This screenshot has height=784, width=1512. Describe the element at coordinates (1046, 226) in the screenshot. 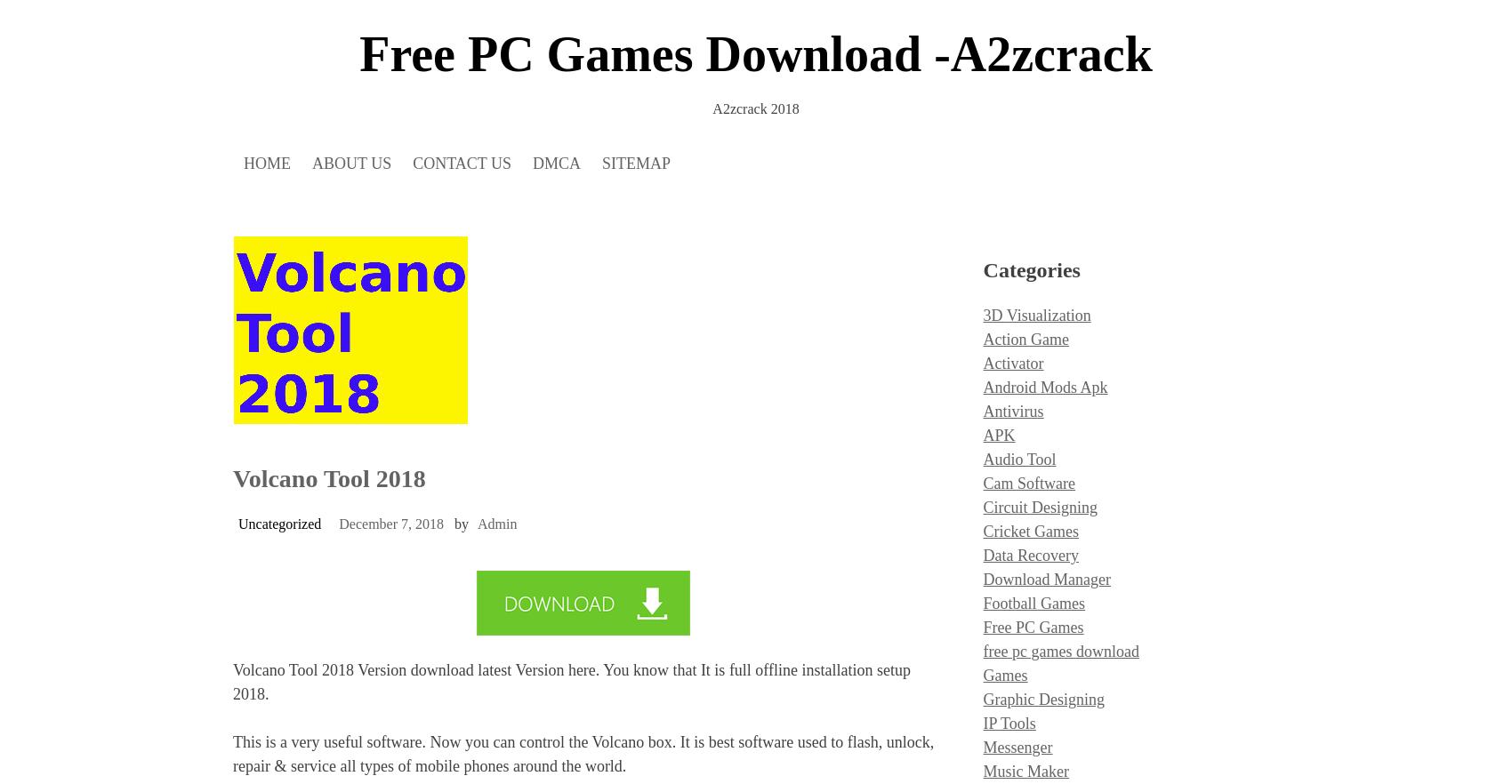

I see `'Photo Editing Tools'` at that location.